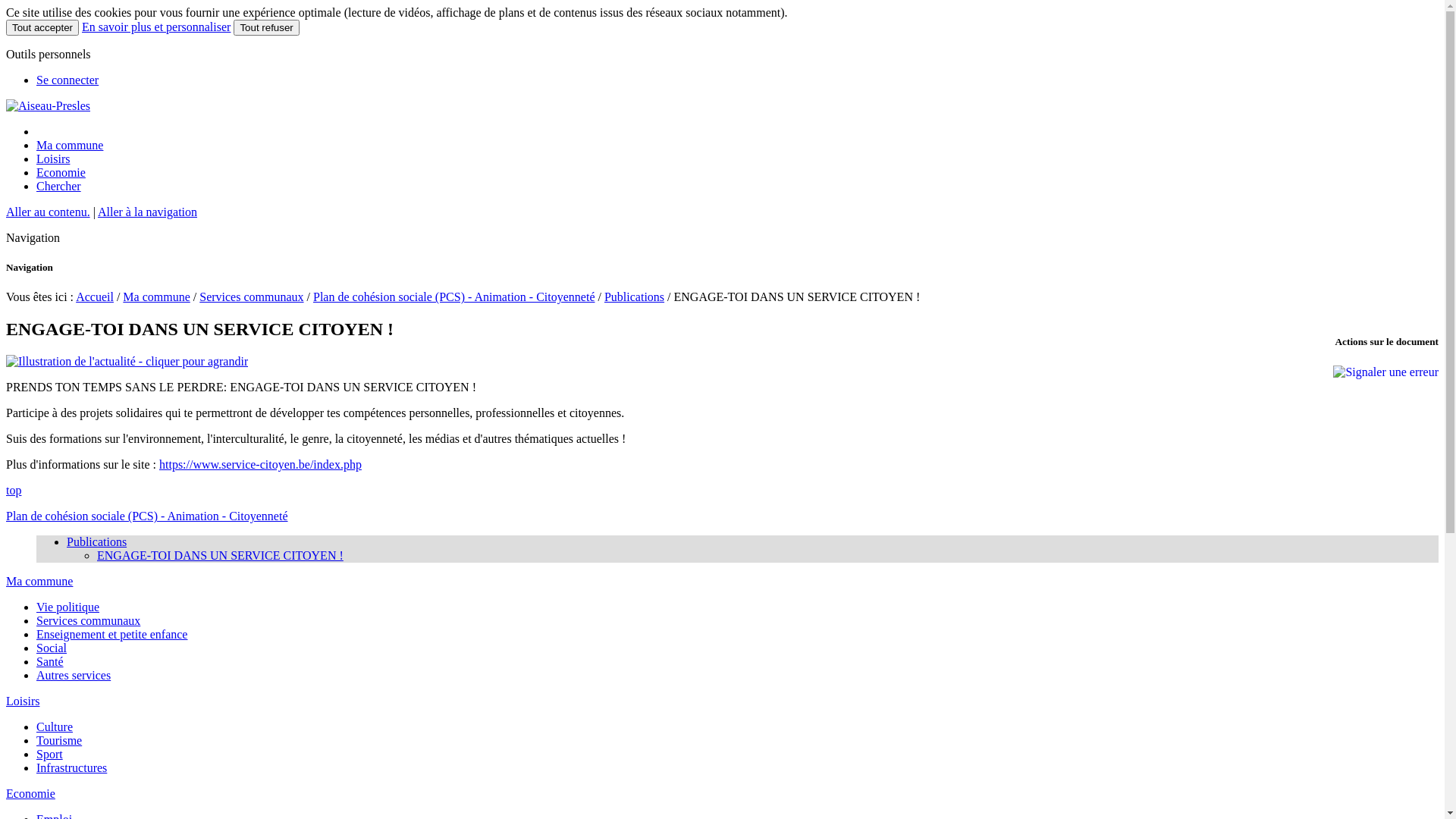 The width and height of the screenshot is (1456, 819). I want to click on 'Publications', so click(634, 297).